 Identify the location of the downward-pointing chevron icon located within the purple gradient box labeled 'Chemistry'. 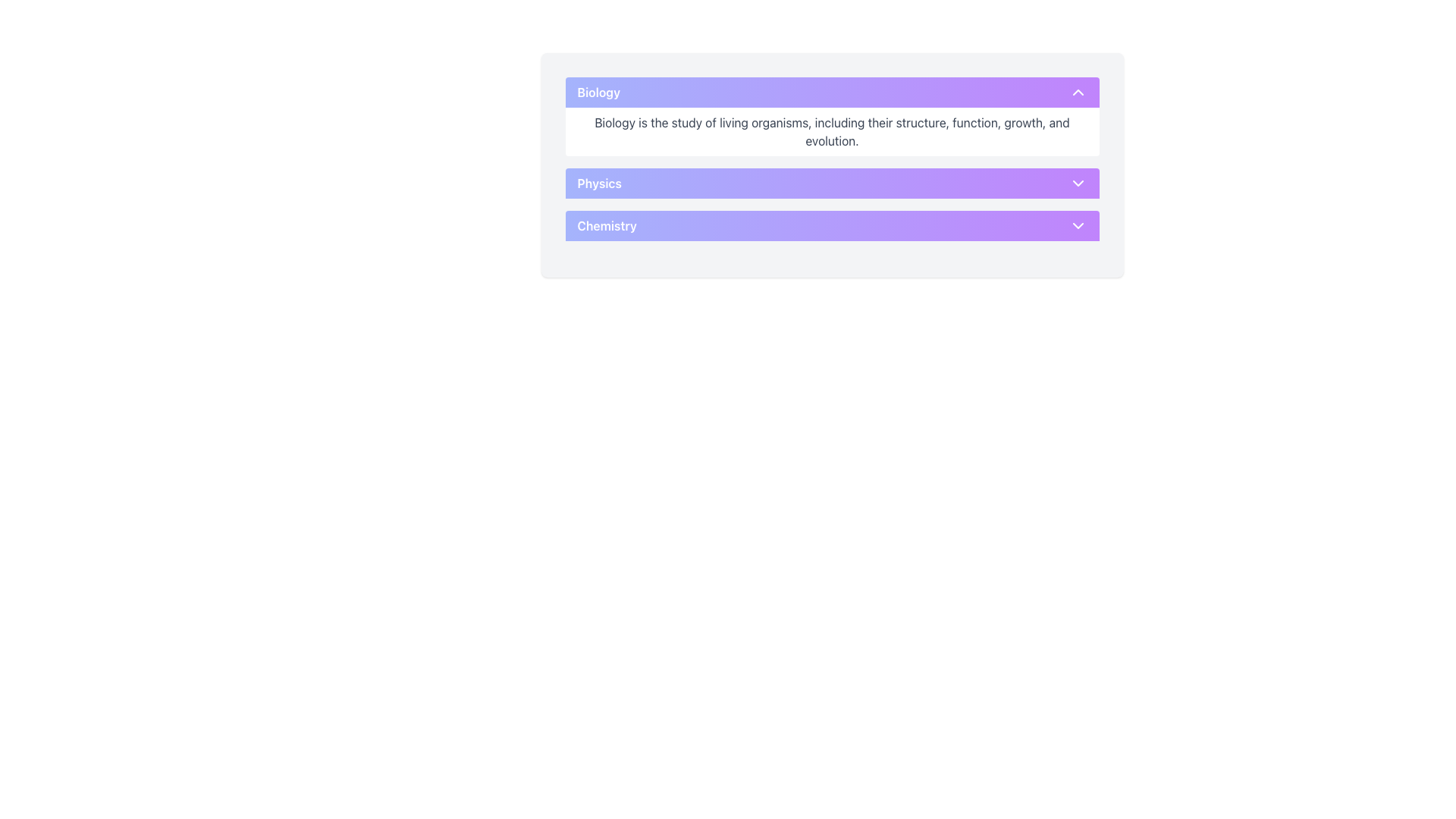
(1077, 225).